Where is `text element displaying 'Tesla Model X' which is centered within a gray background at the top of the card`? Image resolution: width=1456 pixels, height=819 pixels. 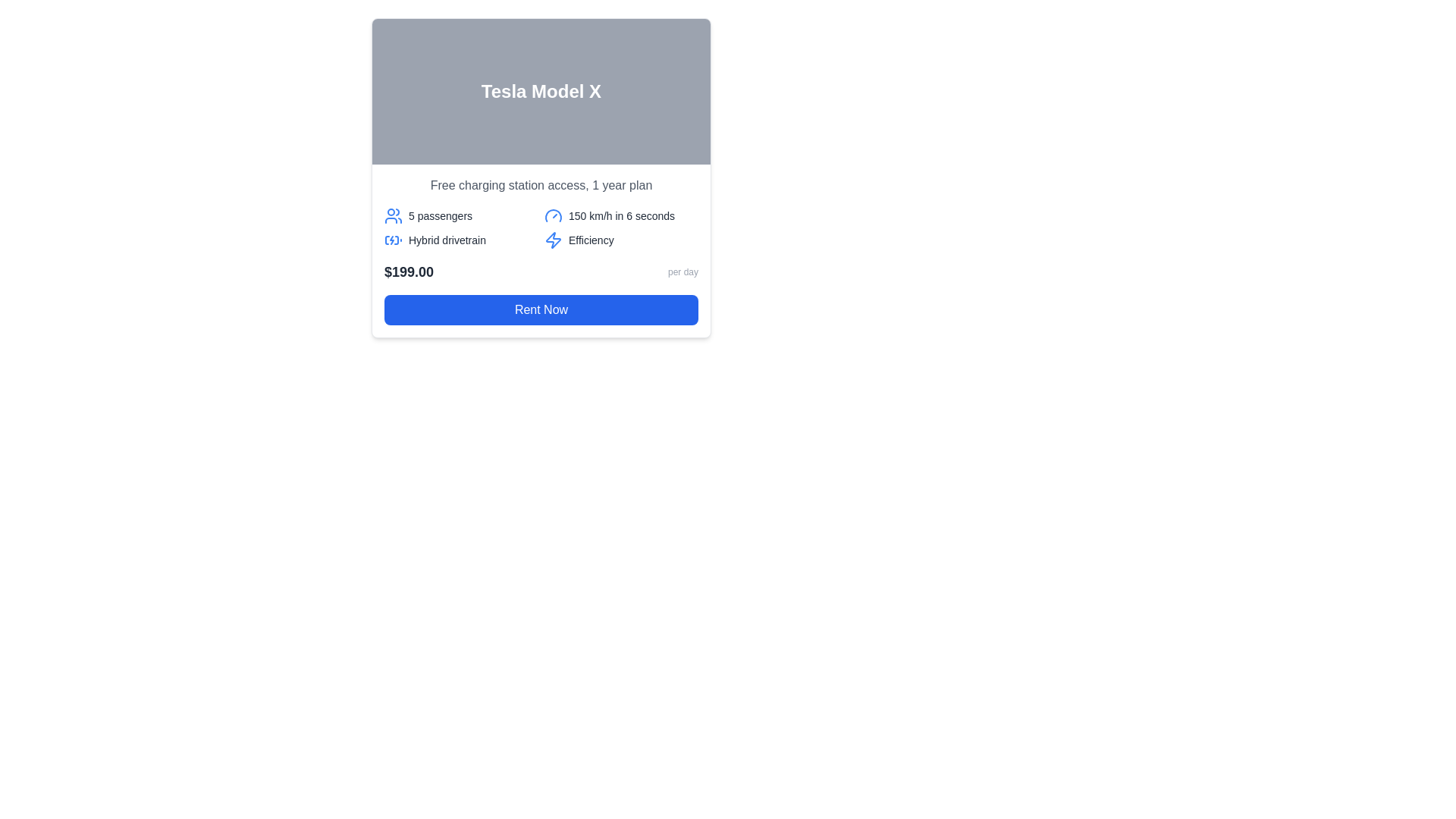
text element displaying 'Tesla Model X' which is centered within a gray background at the top of the card is located at coordinates (541, 91).